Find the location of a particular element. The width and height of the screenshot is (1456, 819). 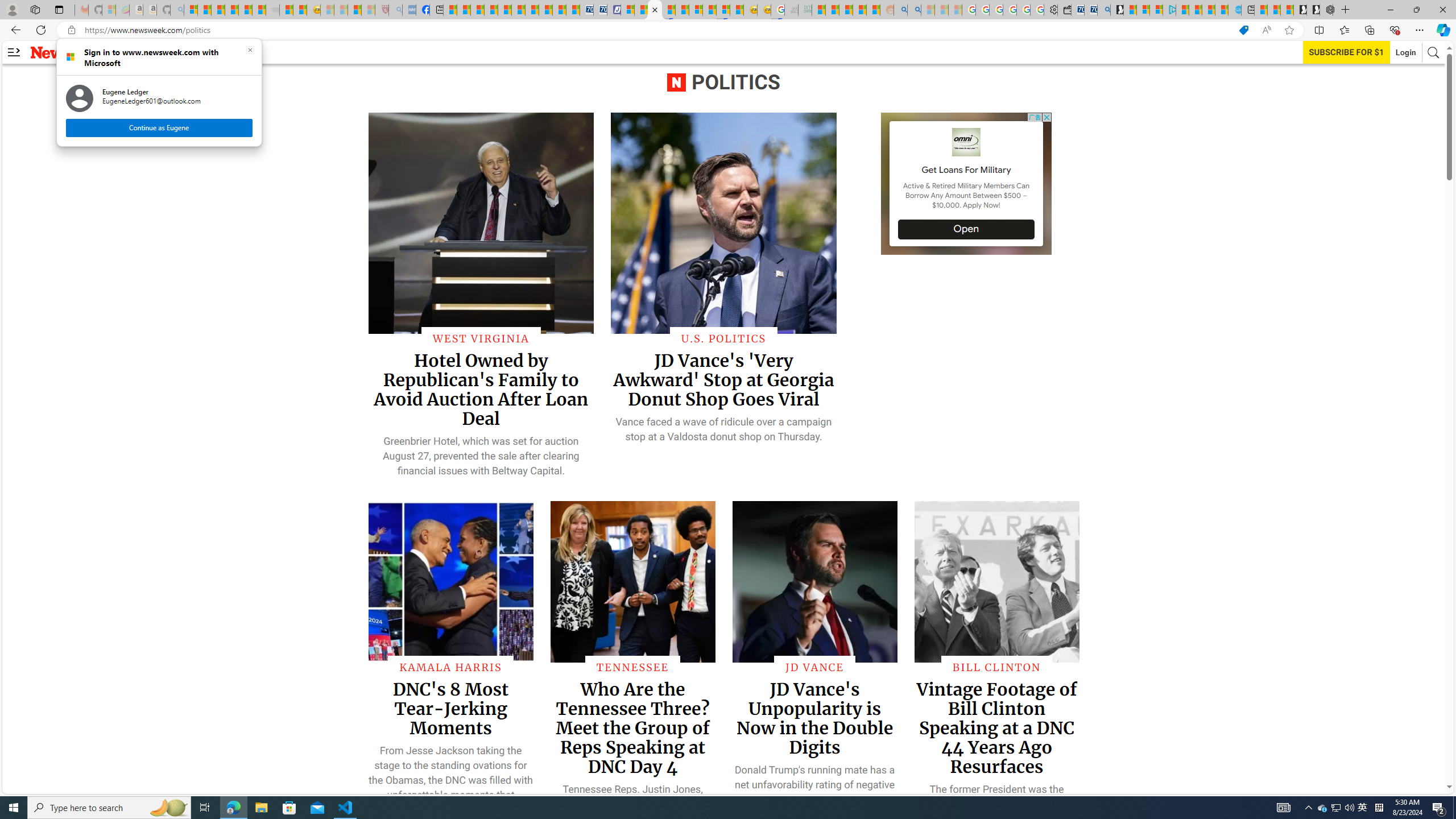

'Q2790: 100%' is located at coordinates (1349, 806).